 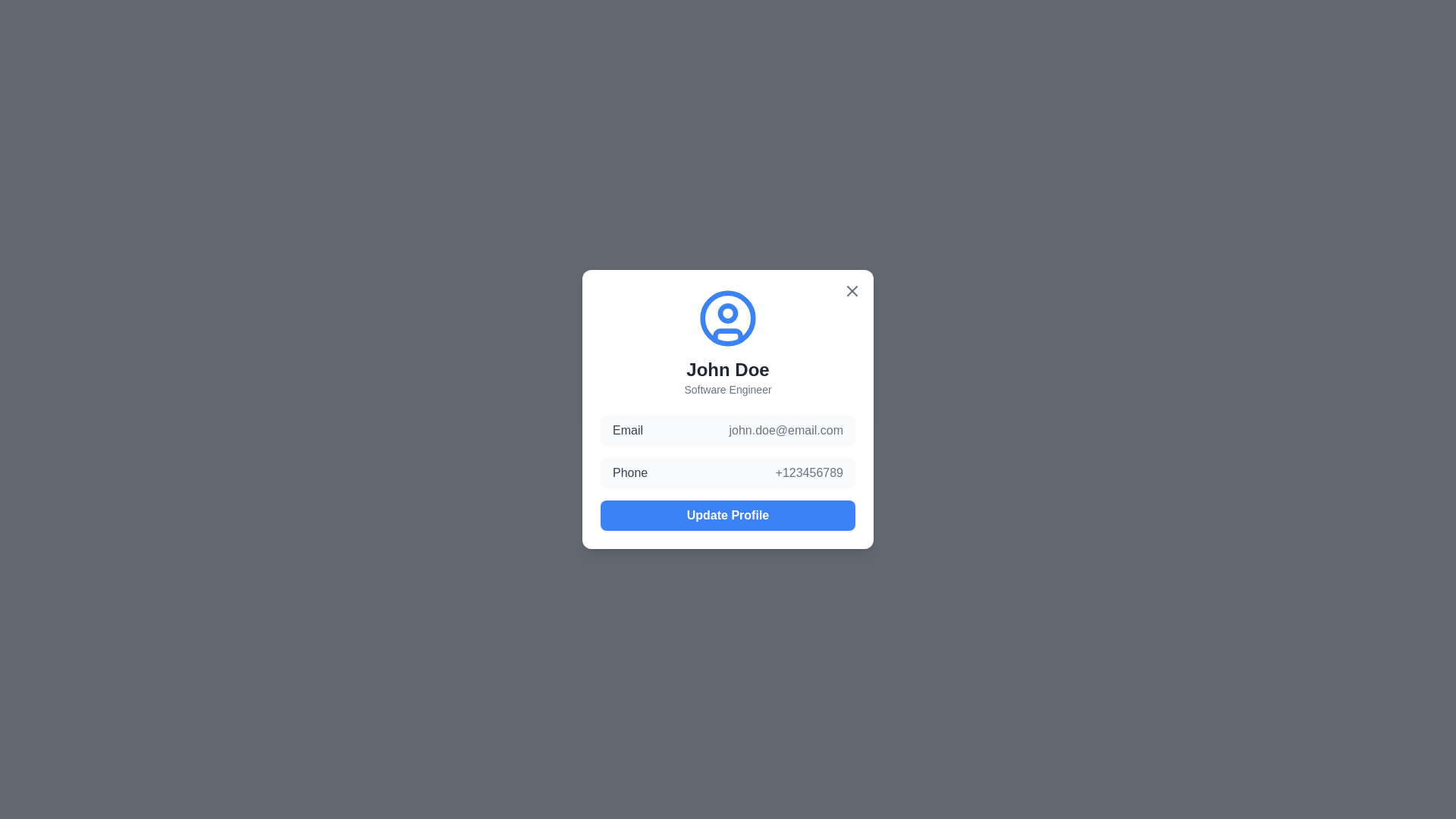 What do you see at coordinates (808, 472) in the screenshot?
I see `the static text displaying the phone number '+123456789', which is located to the right of the 'Phone' label in the bottom portion of the profile form layout` at bounding box center [808, 472].